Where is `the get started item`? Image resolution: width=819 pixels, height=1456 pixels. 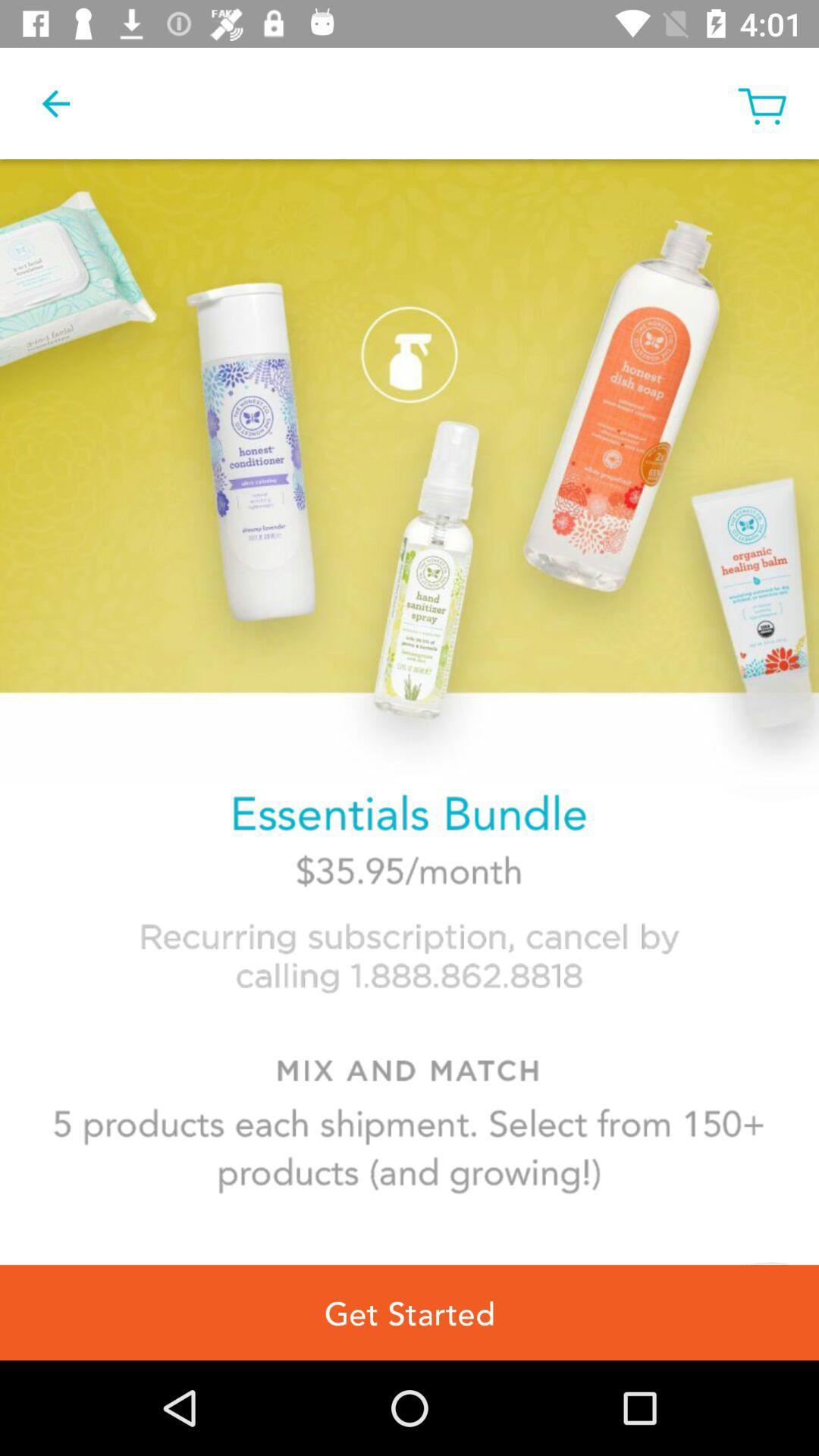 the get started item is located at coordinates (409, 1312).